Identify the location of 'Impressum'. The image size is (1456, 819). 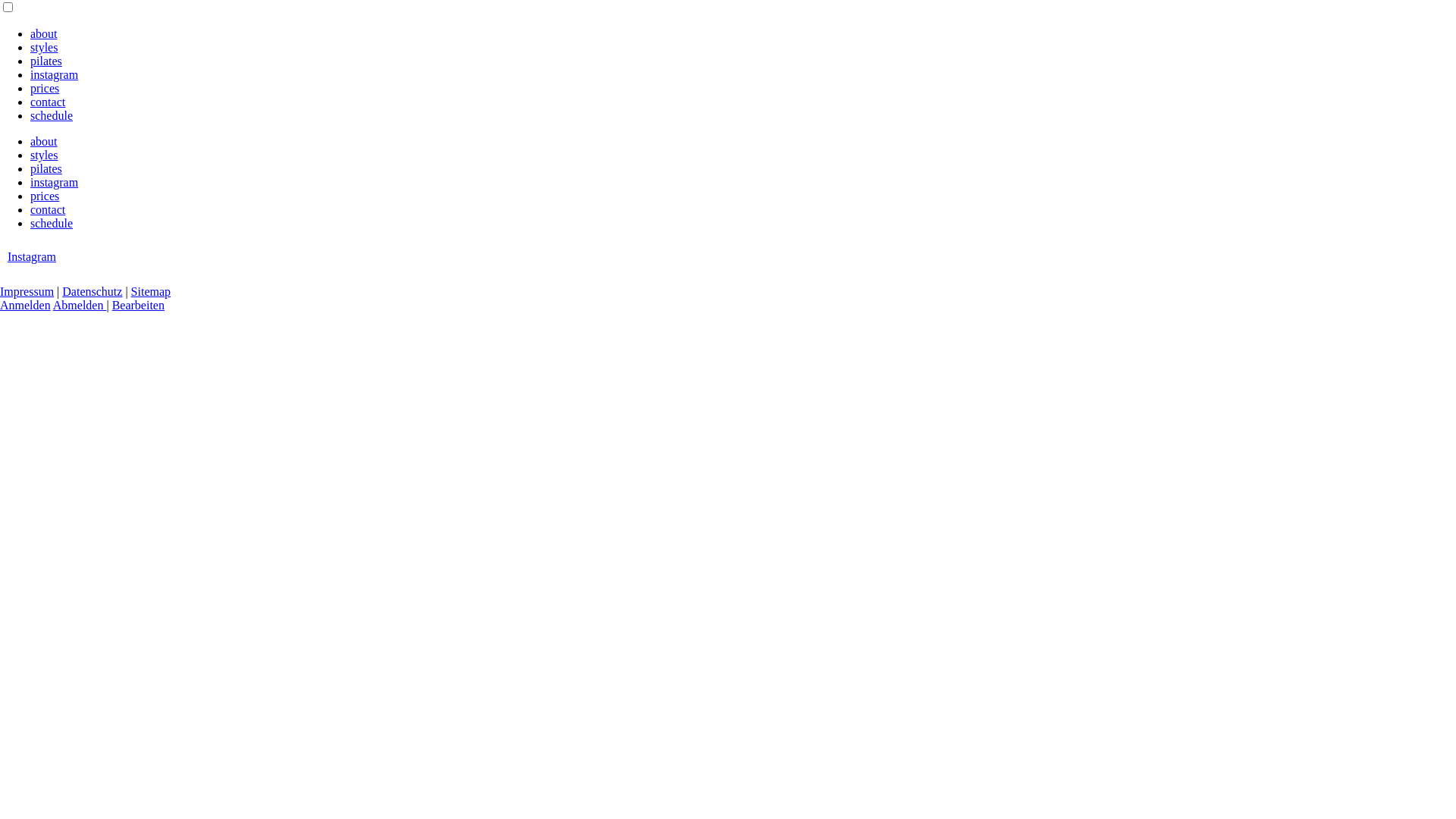
(0, 291).